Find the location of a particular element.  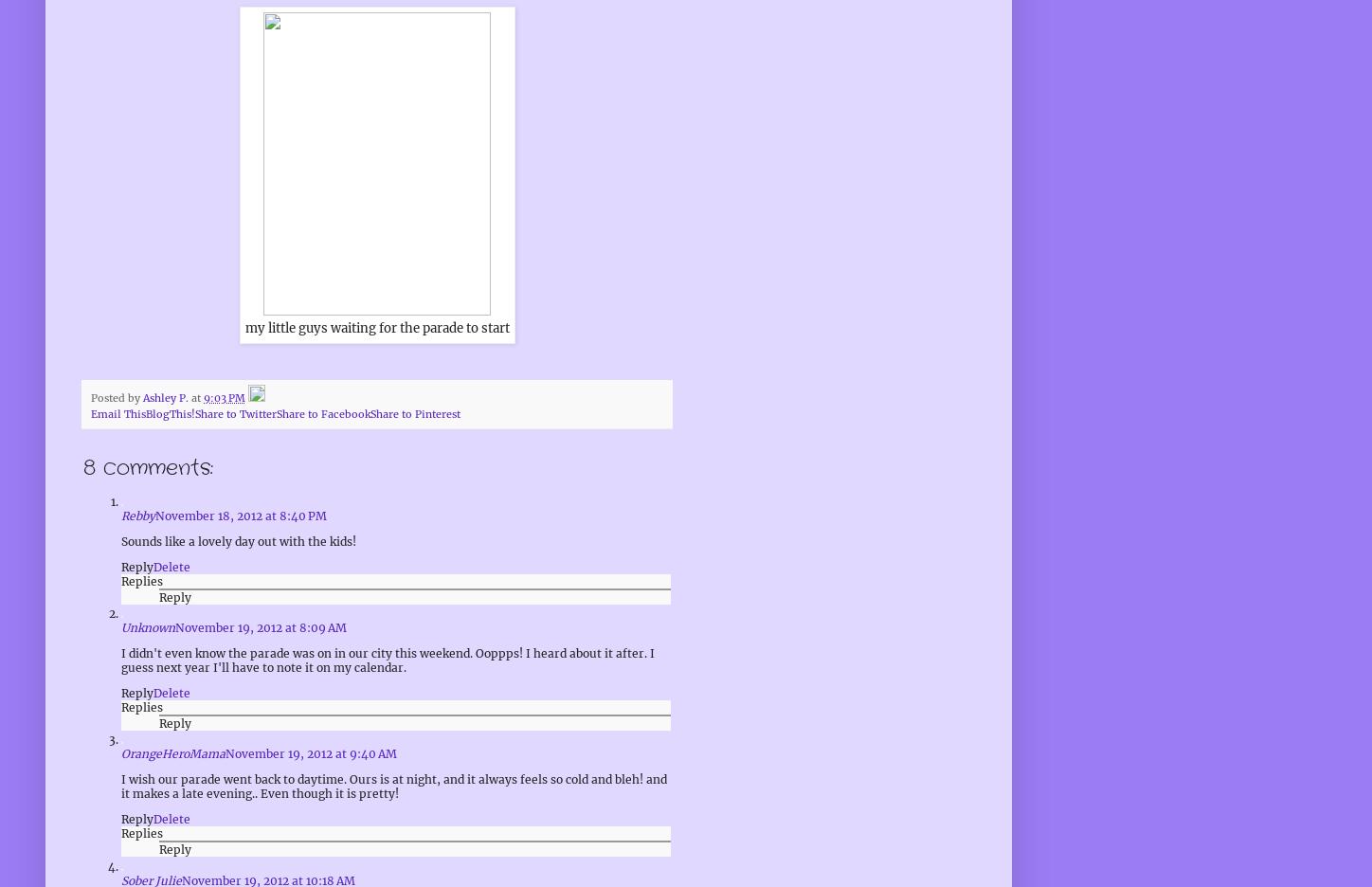

'Ashley P.' is located at coordinates (142, 396).